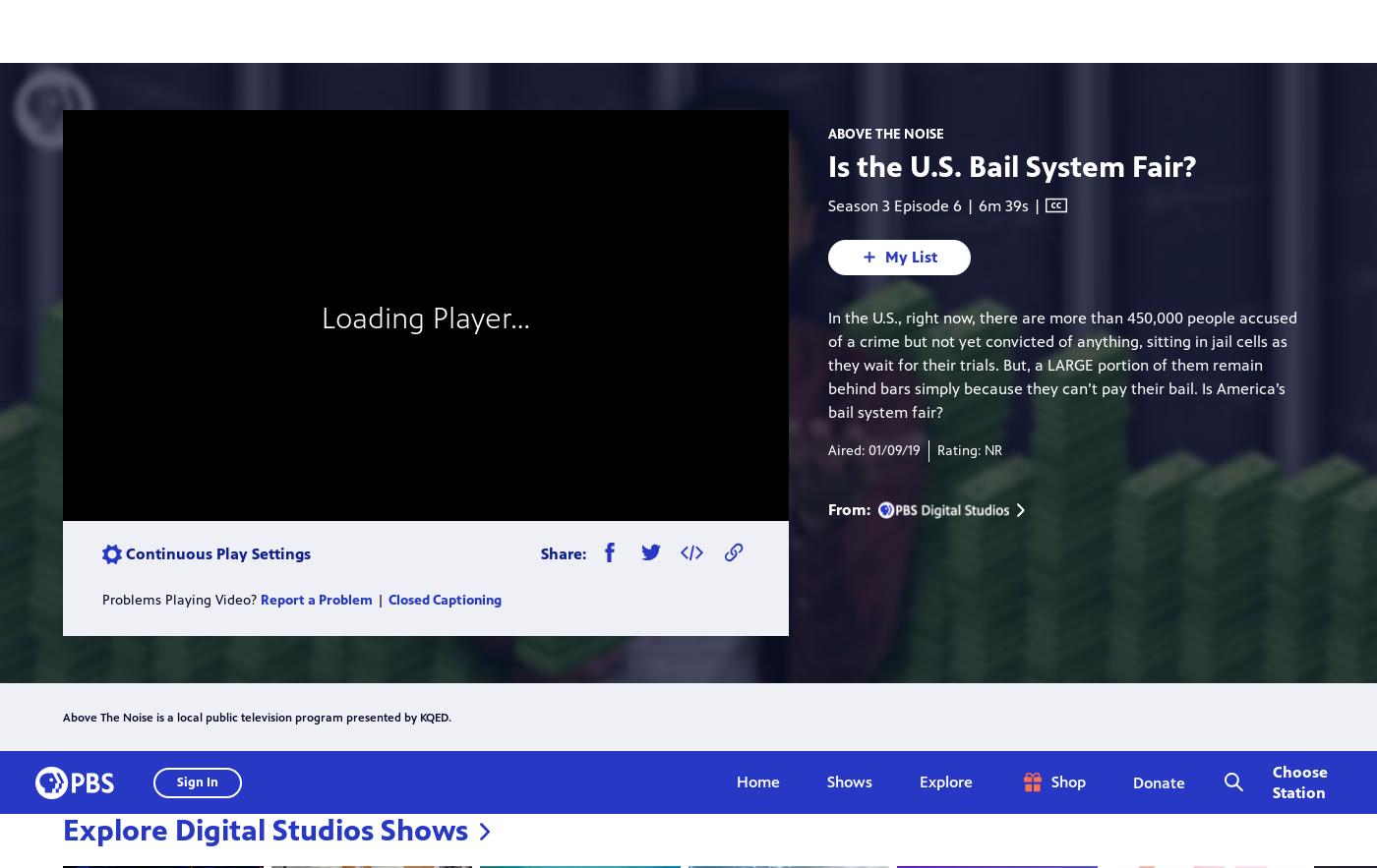  What do you see at coordinates (868, 850) in the screenshot?
I see `'Producing for PBS'` at bounding box center [868, 850].